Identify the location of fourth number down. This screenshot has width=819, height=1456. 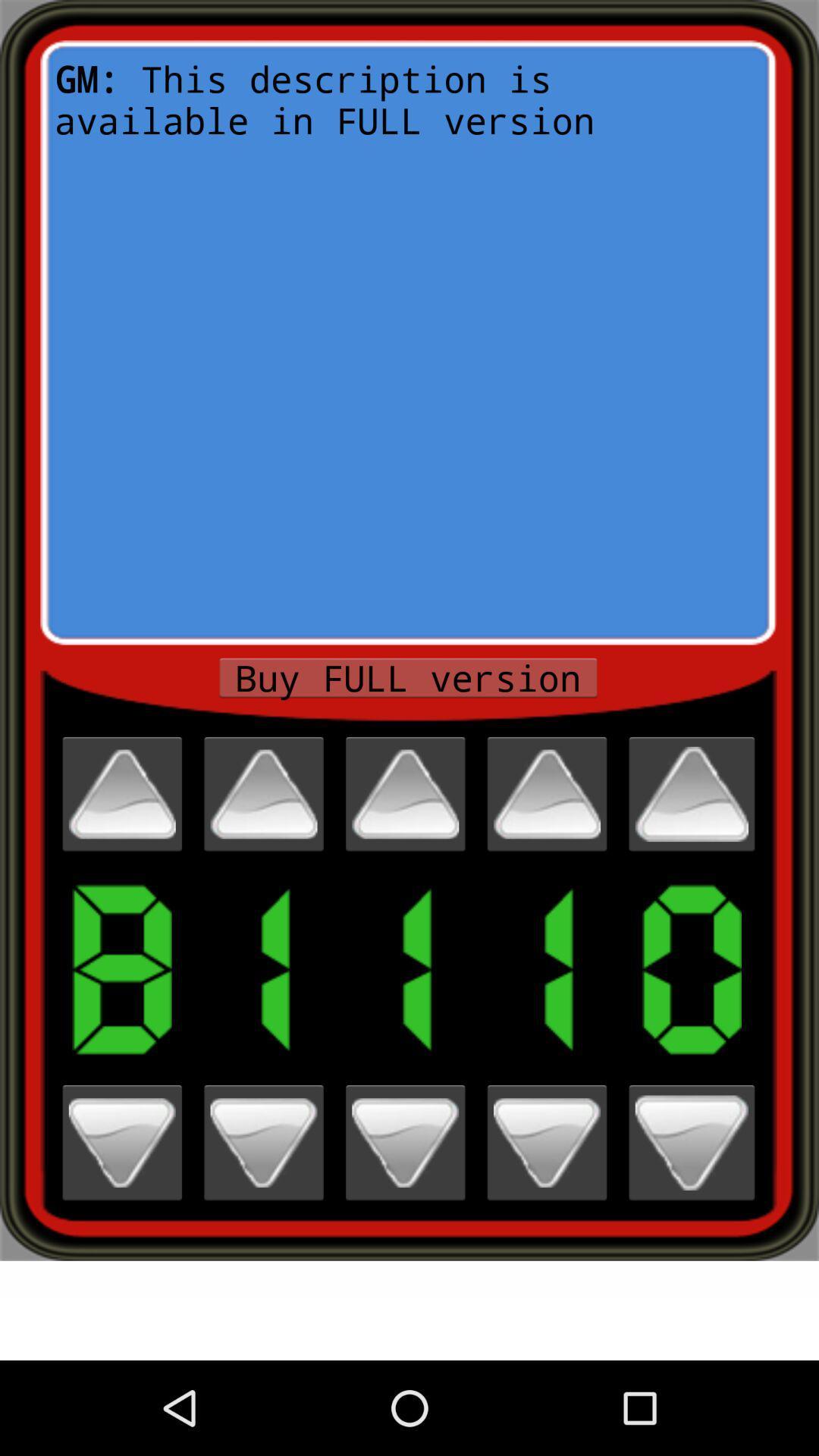
(547, 1143).